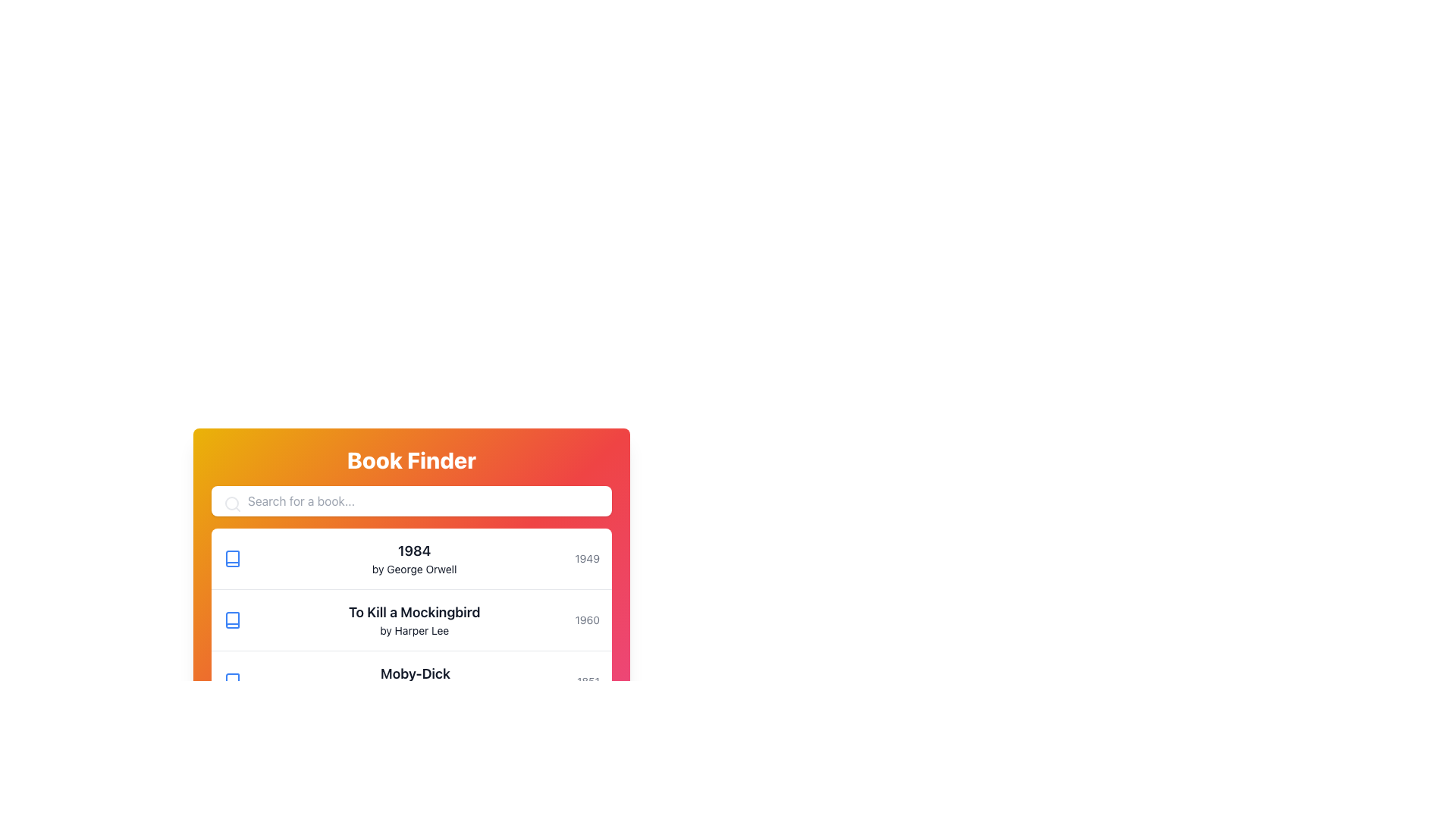  I want to click on on the text label displaying the book title 'Moby-Dick' in bold font, which is the third book entry in the book finder interface, so click(415, 680).